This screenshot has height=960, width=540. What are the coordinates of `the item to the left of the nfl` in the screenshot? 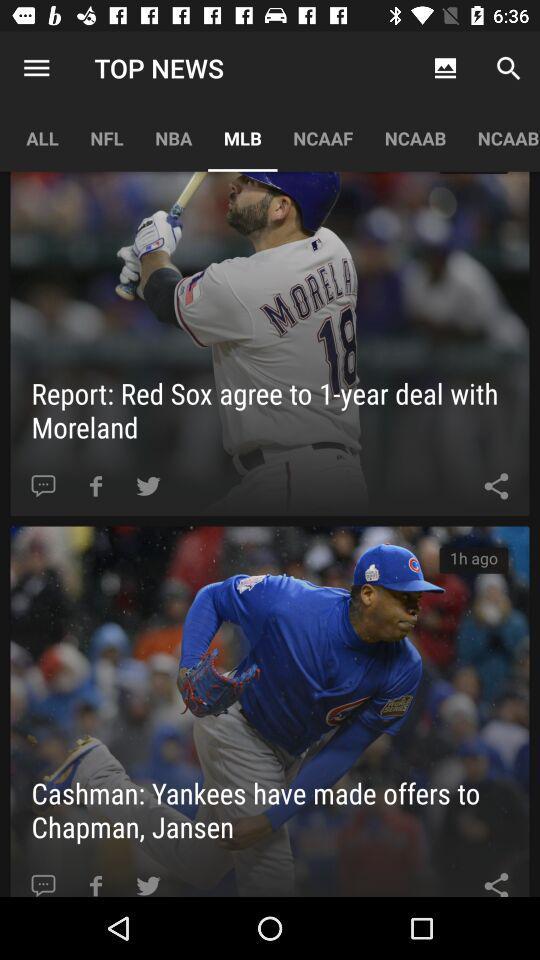 It's located at (36, 68).